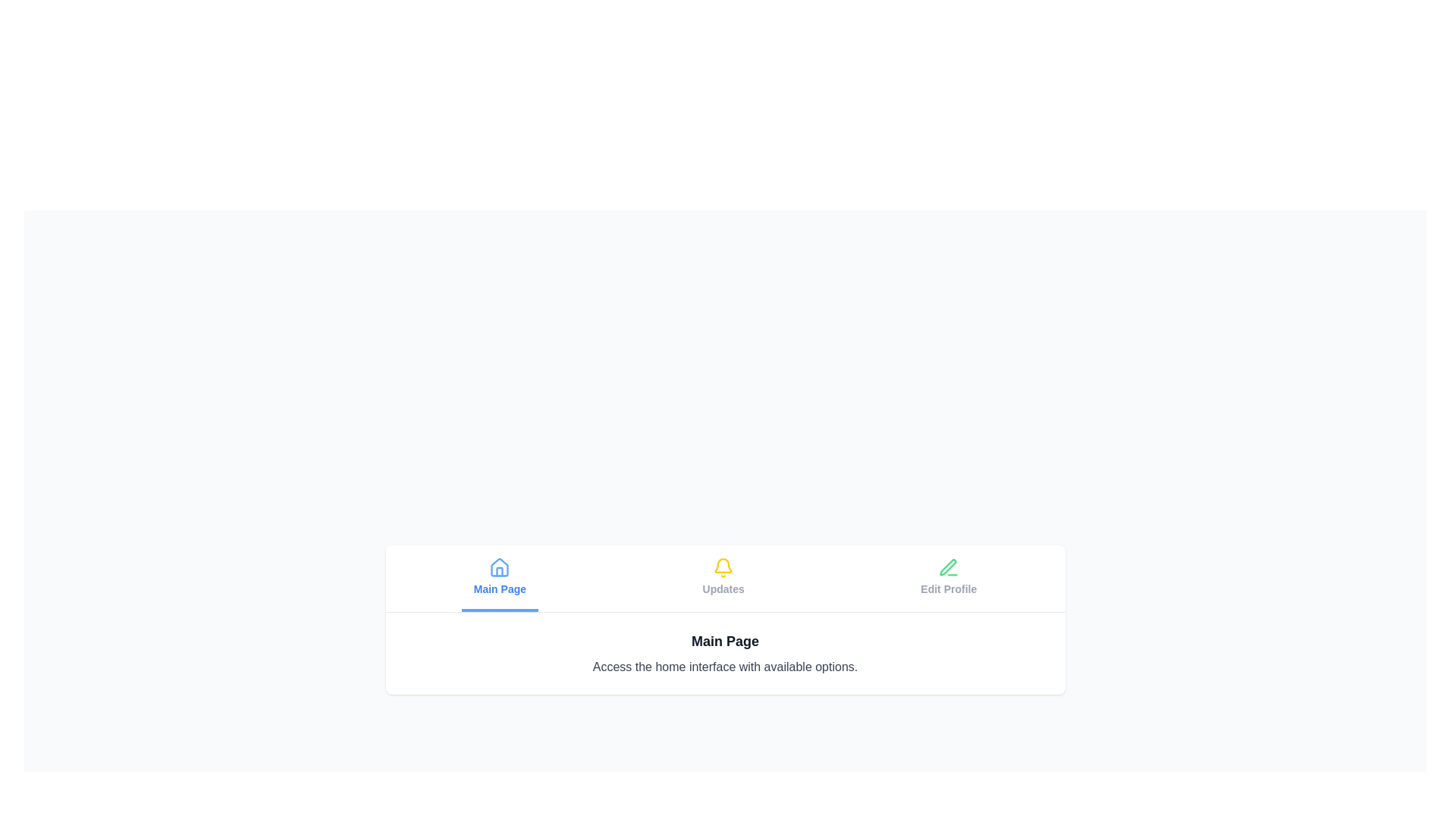 Image resolution: width=1456 pixels, height=819 pixels. Describe the element at coordinates (948, 578) in the screenshot. I see `the tab corresponding to Edit Profile to select it` at that location.